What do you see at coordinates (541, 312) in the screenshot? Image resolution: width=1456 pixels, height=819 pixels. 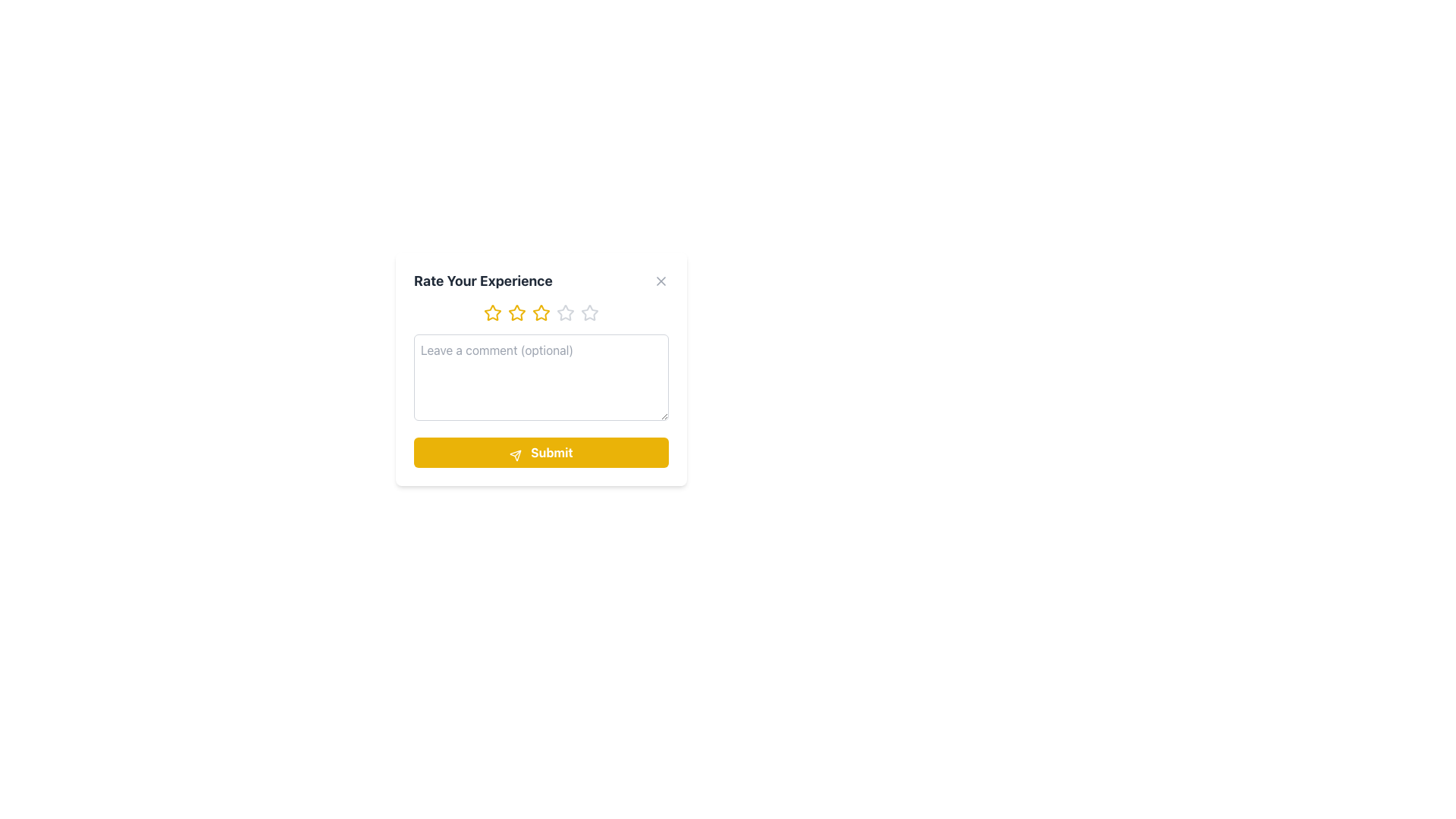 I see `one of the star-shaped icons in the Star Rating Component to set the rating, located near the top center of the modal window below 'Rate Your Experience'` at bounding box center [541, 312].